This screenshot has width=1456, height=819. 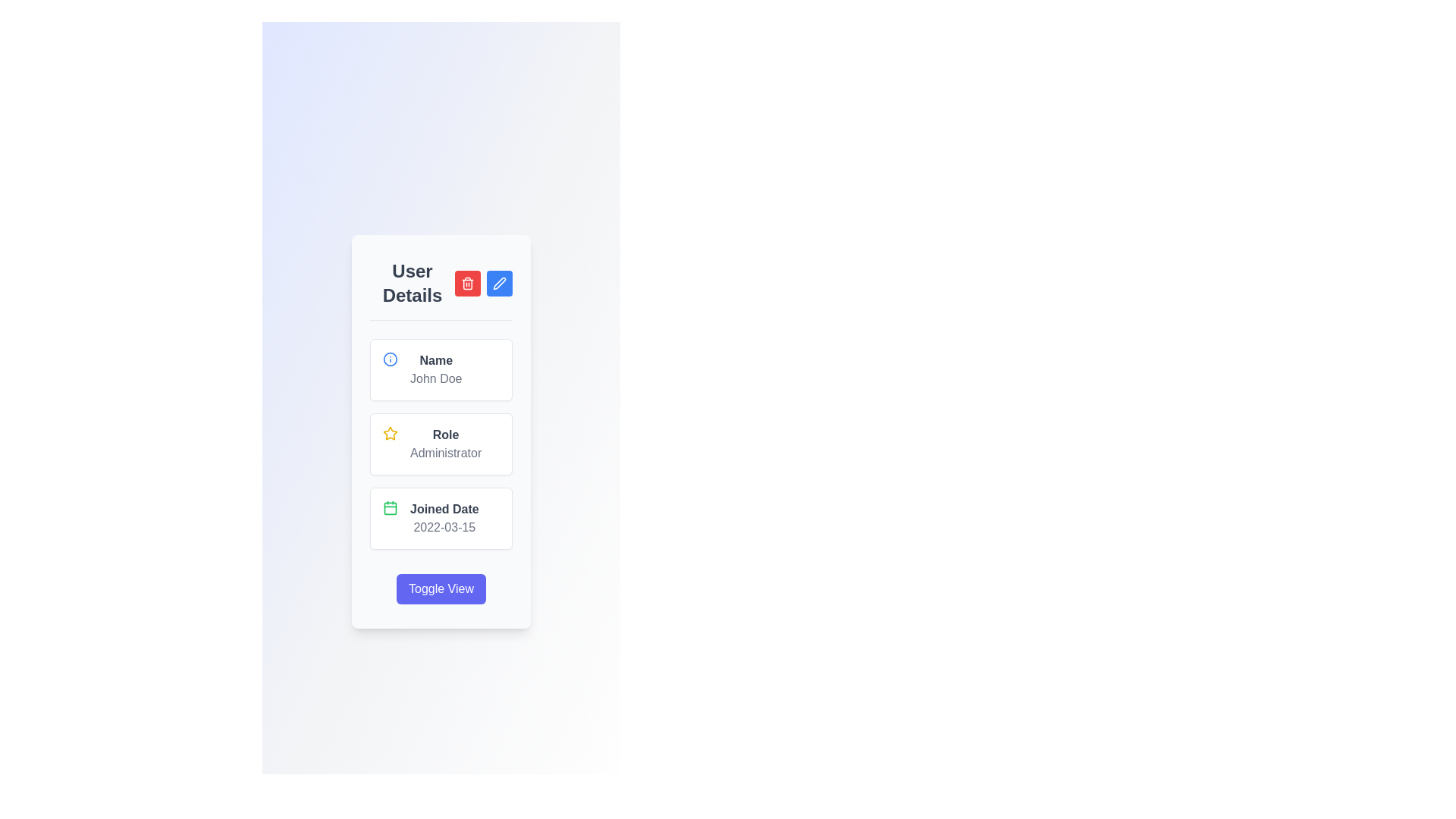 I want to click on the 'Toggle View' button, which is a rectangular button with a vivid purple background and white centered text, located at the bottom of the user details panel, so click(x=440, y=587).